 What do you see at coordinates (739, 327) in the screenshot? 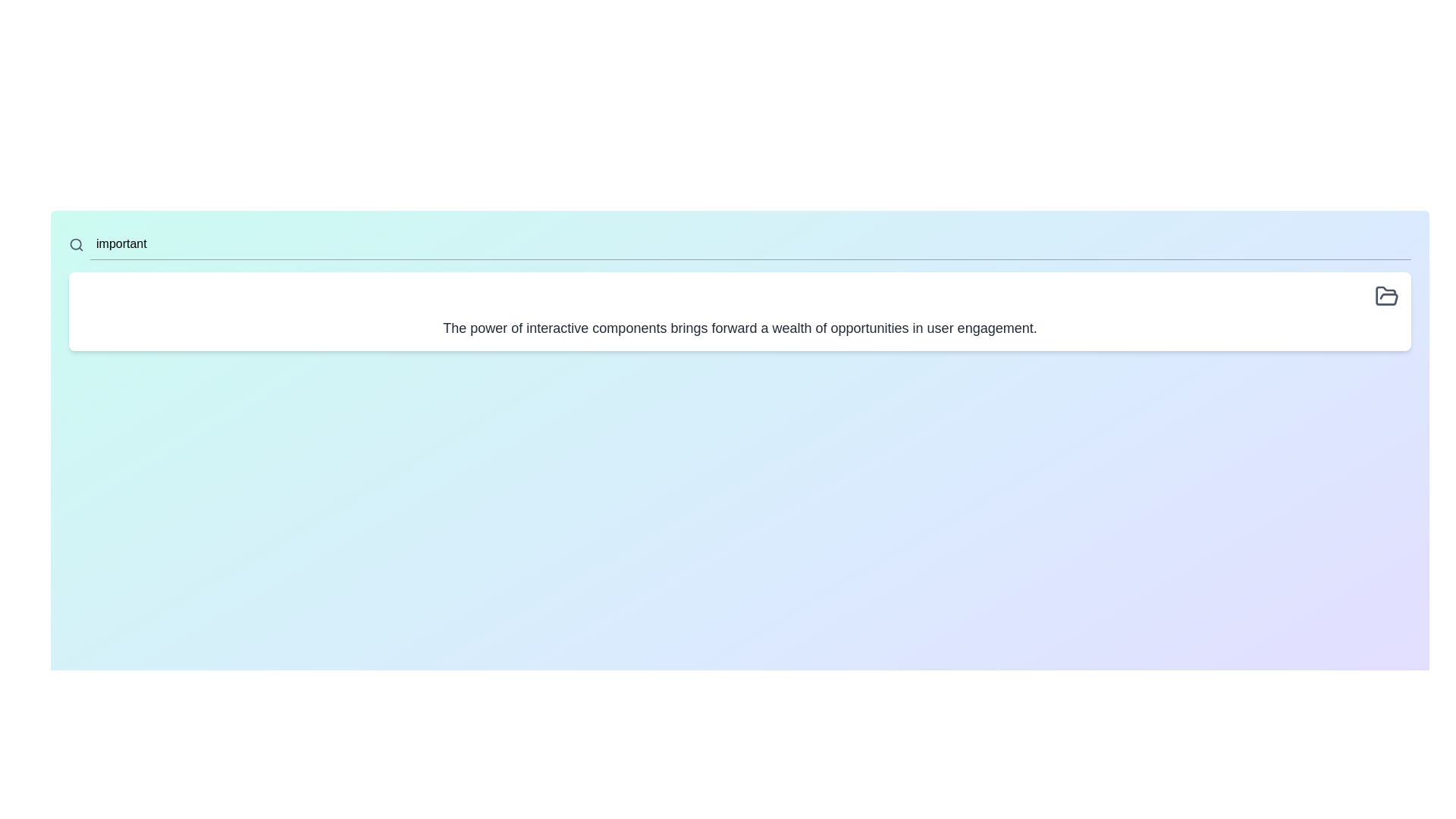
I see `the centered static text that reads, "The power of interactive components brings forward a wealth of opportunities in user engagement."` at bounding box center [739, 327].